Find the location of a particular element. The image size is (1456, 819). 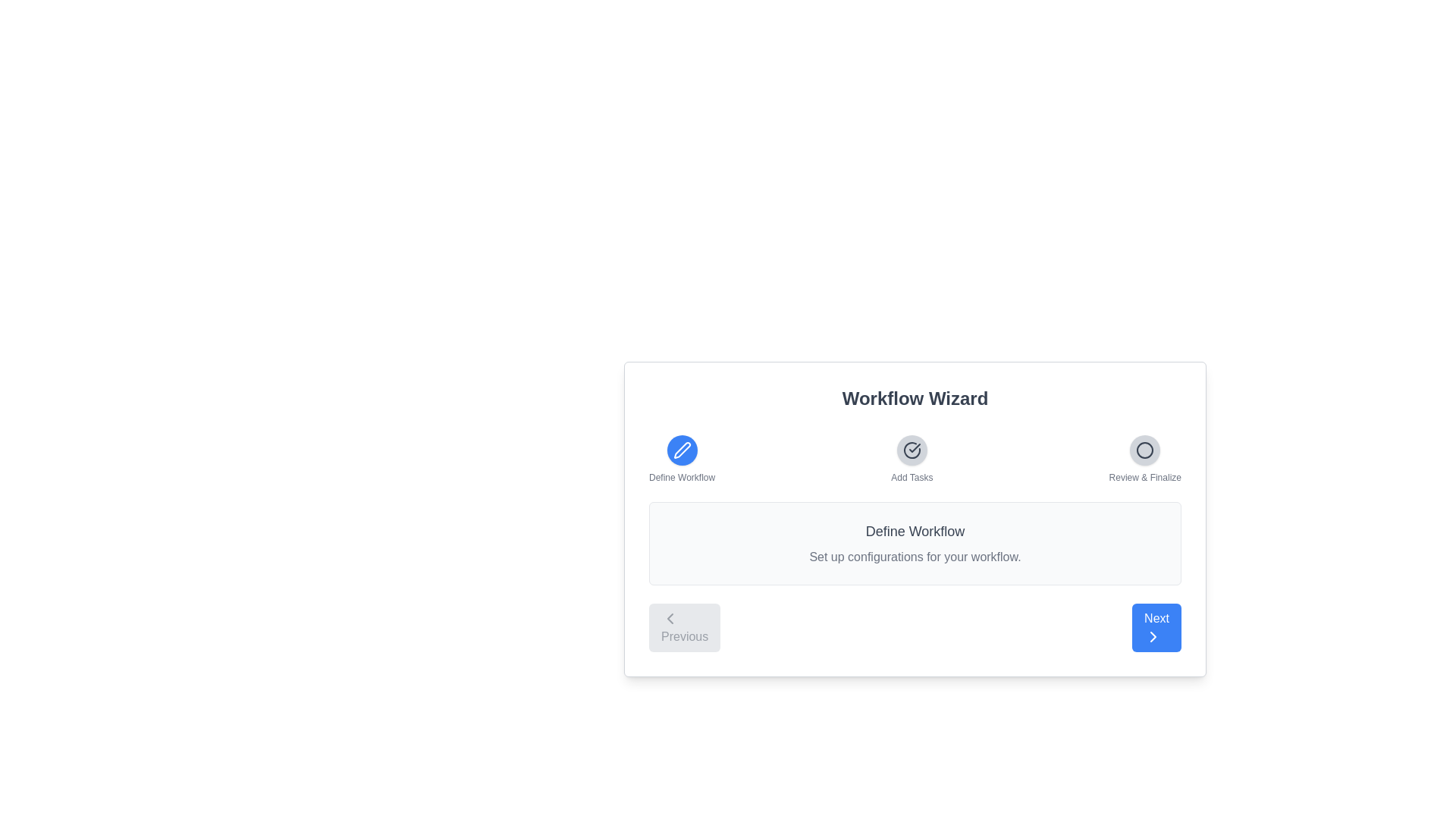

the pen icon representing the 'Define Workflow' step is located at coordinates (681, 450).